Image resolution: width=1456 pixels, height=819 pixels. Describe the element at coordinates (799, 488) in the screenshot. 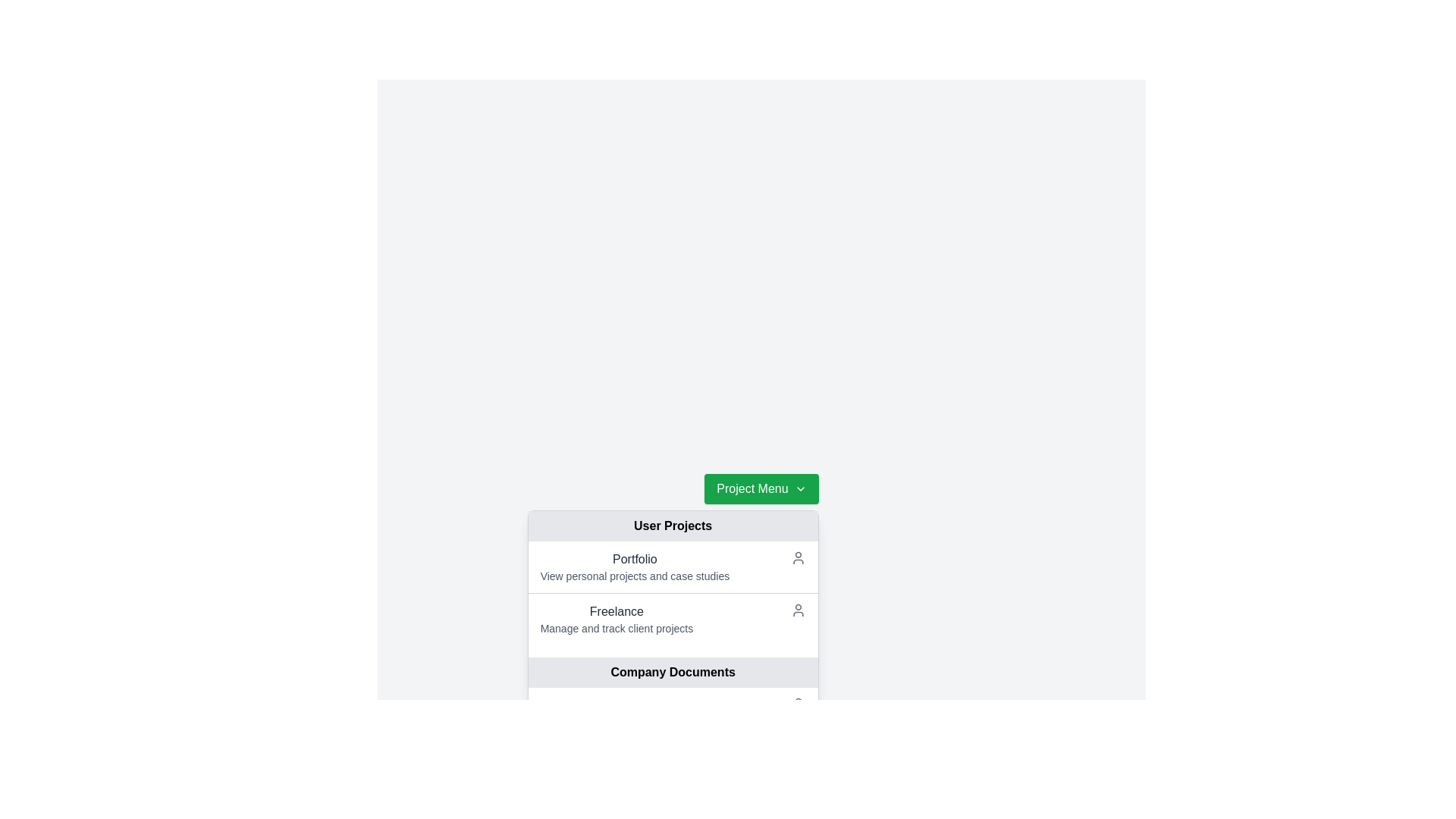

I see `the downward-pointing chevron icon with a green background, part of the 'Project Menu' navigation element, to trigger possible tooltips` at that location.